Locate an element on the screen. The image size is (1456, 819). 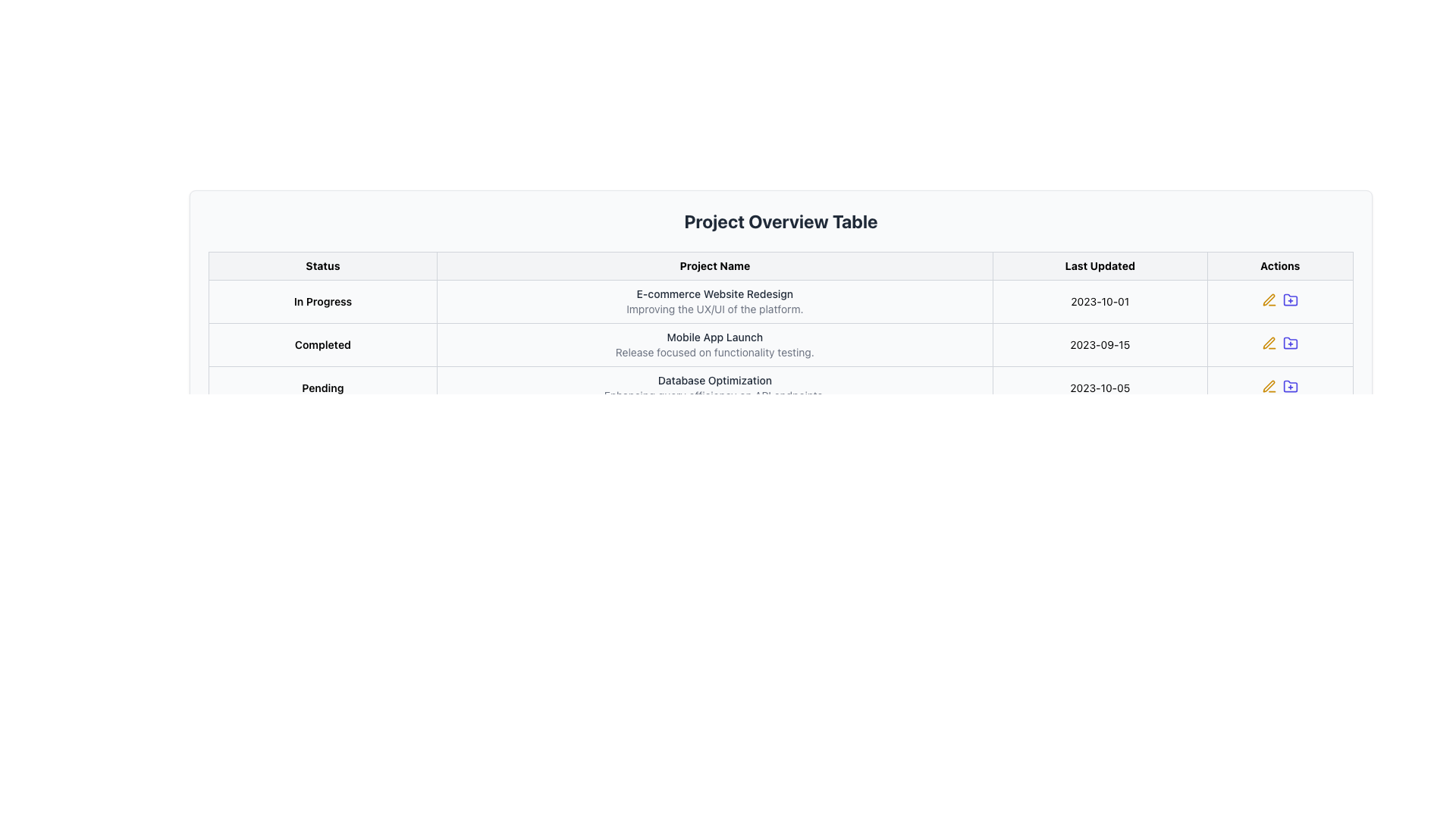
the indigo folder icon with a '+' sign located in the Actions column of the table, specifically the third row is located at coordinates (1290, 385).